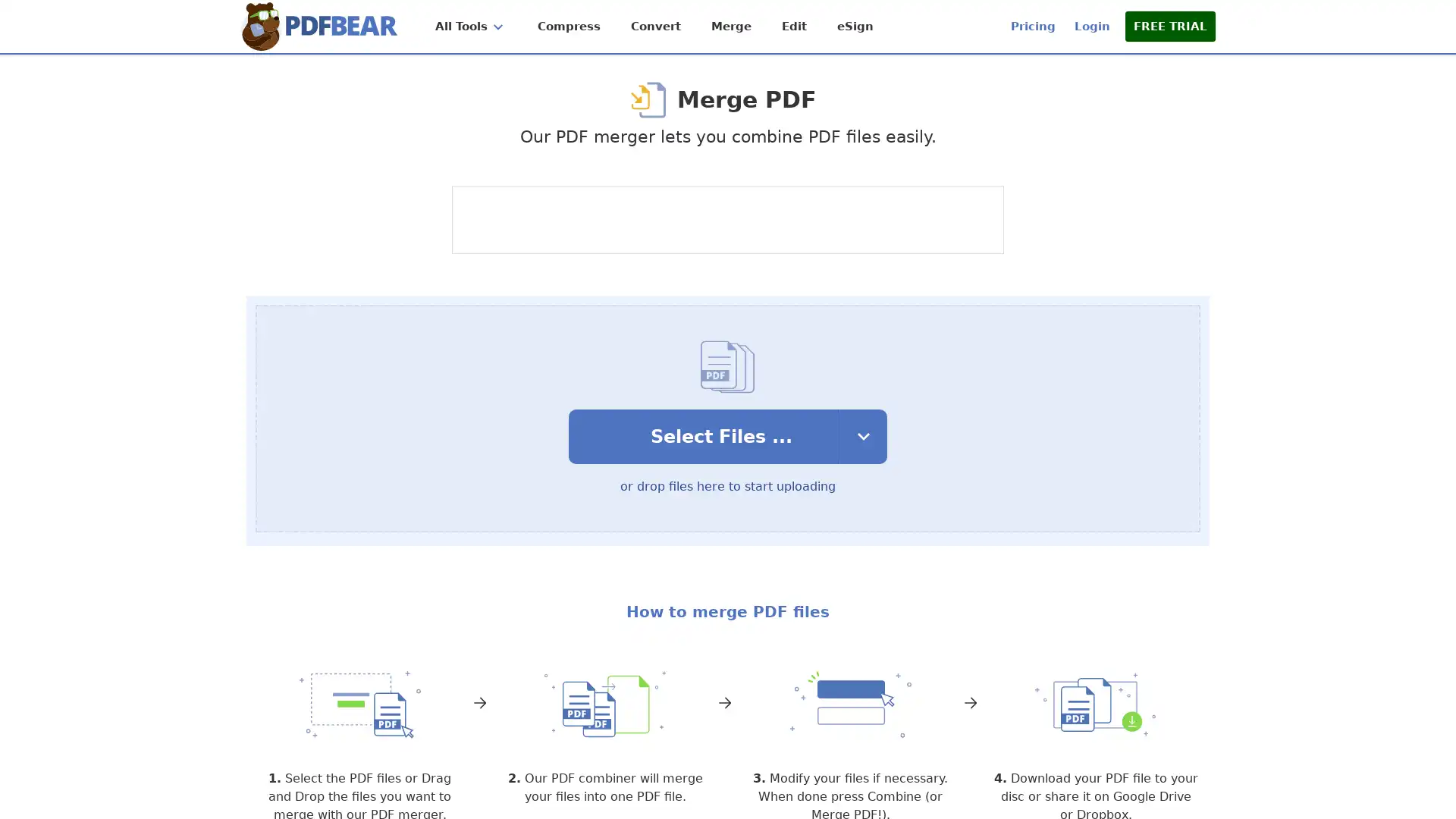  Describe the element at coordinates (318, 26) in the screenshot. I see `Home Page` at that location.